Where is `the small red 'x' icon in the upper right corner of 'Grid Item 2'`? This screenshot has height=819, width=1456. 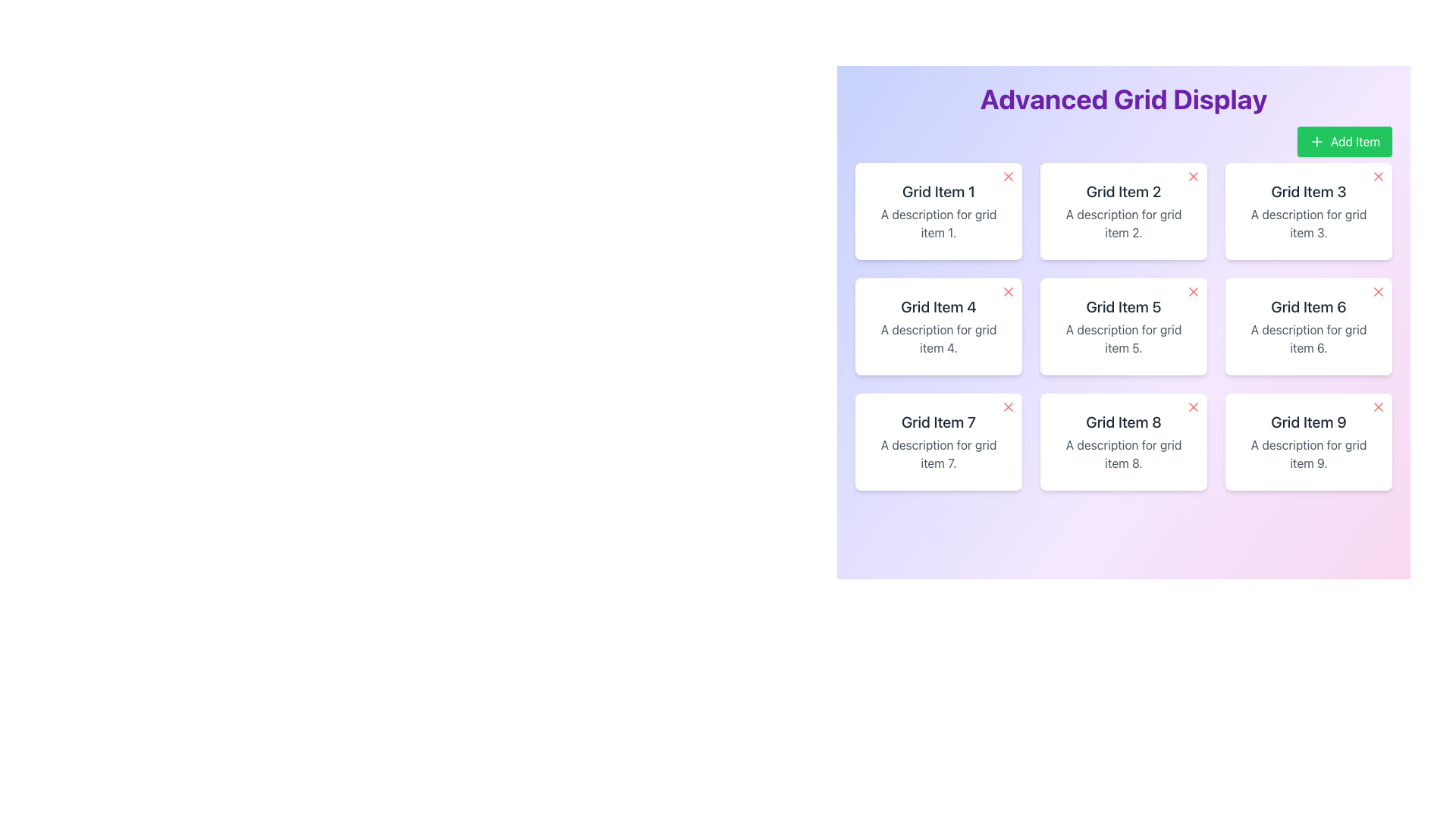
the small red 'x' icon in the upper right corner of 'Grid Item 2' is located at coordinates (1193, 175).